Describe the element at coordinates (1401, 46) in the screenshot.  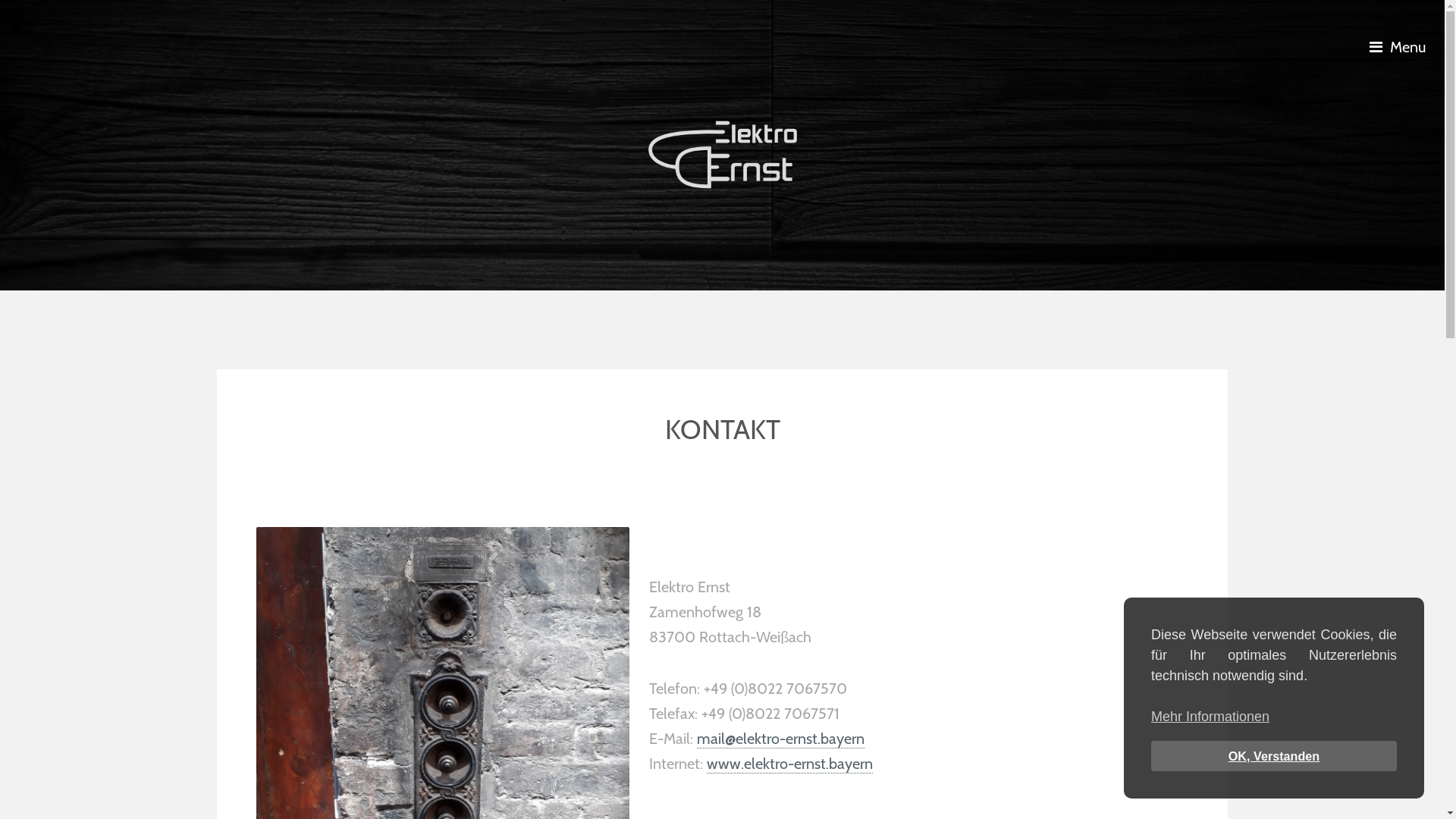
I see `'Menu'` at that location.